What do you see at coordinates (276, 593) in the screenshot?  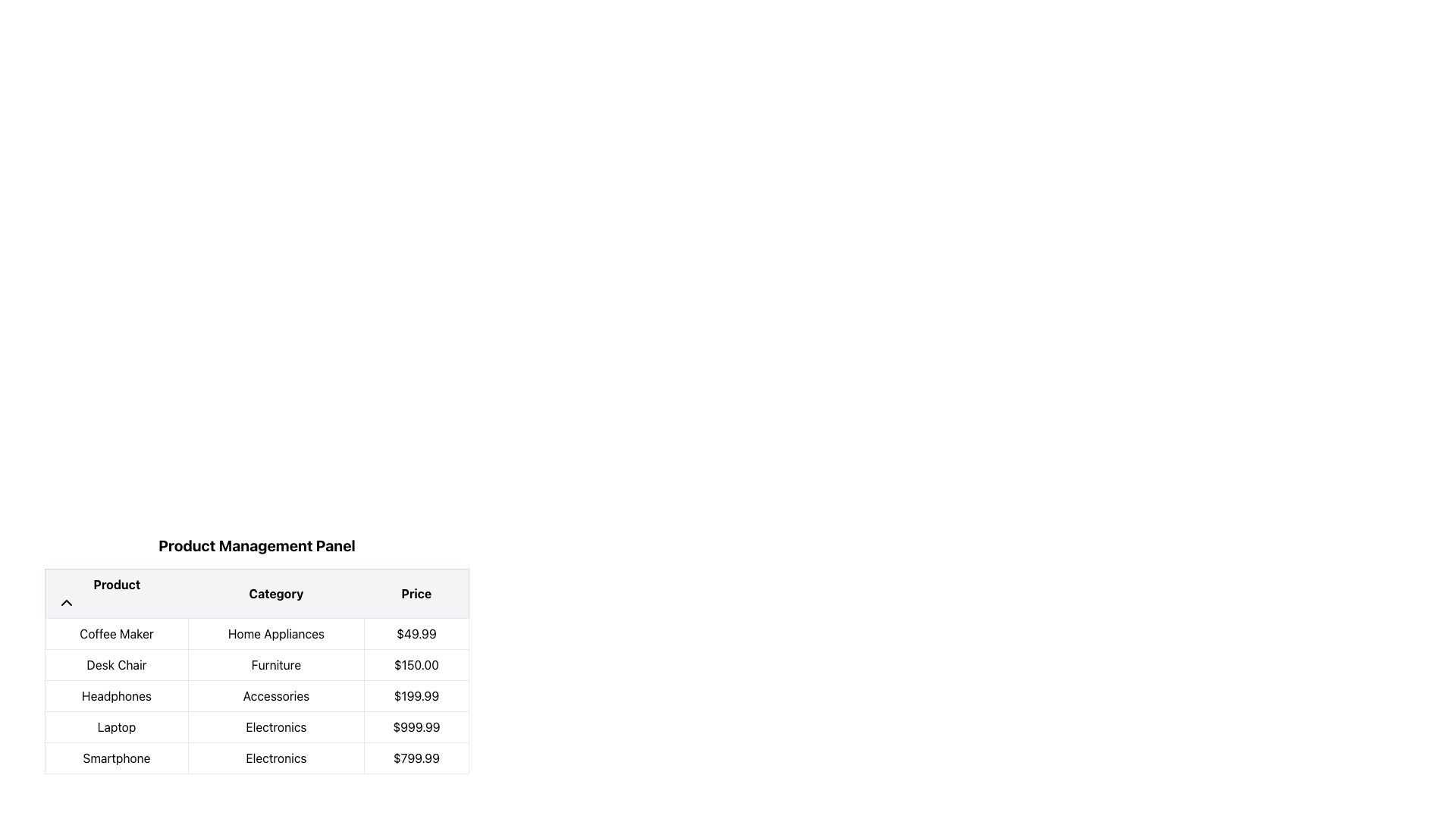 I see `text displayed in the 'Category' table header, which is bold and centered within a gray rectangular background, located between the 'Product' and 'Price' column headers` at bounding box center [276, 593].